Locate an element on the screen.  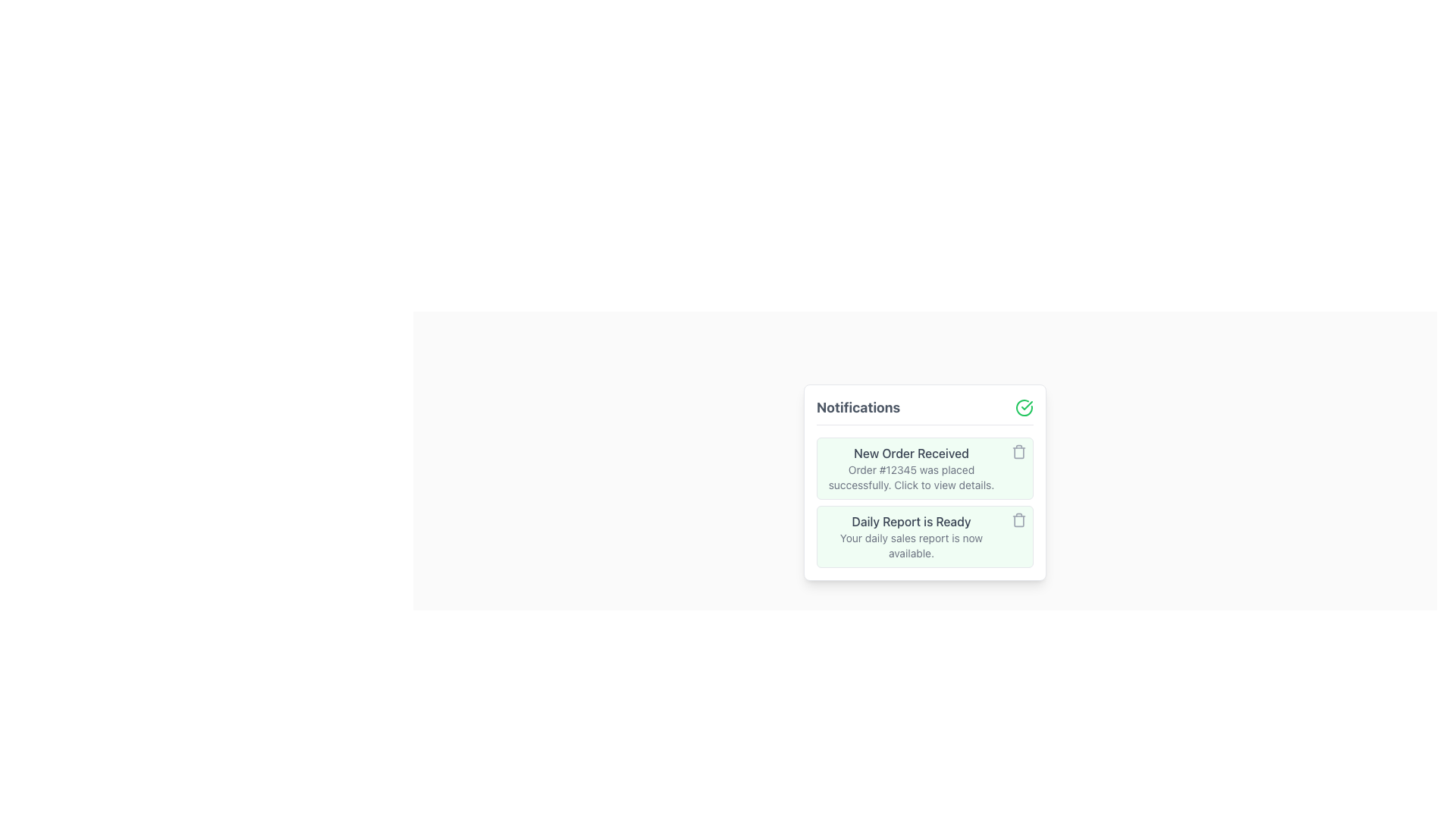
the delete button located at the far right of the notification card that contains the text 'New Order Received' is located at coordinates (1019, 451).